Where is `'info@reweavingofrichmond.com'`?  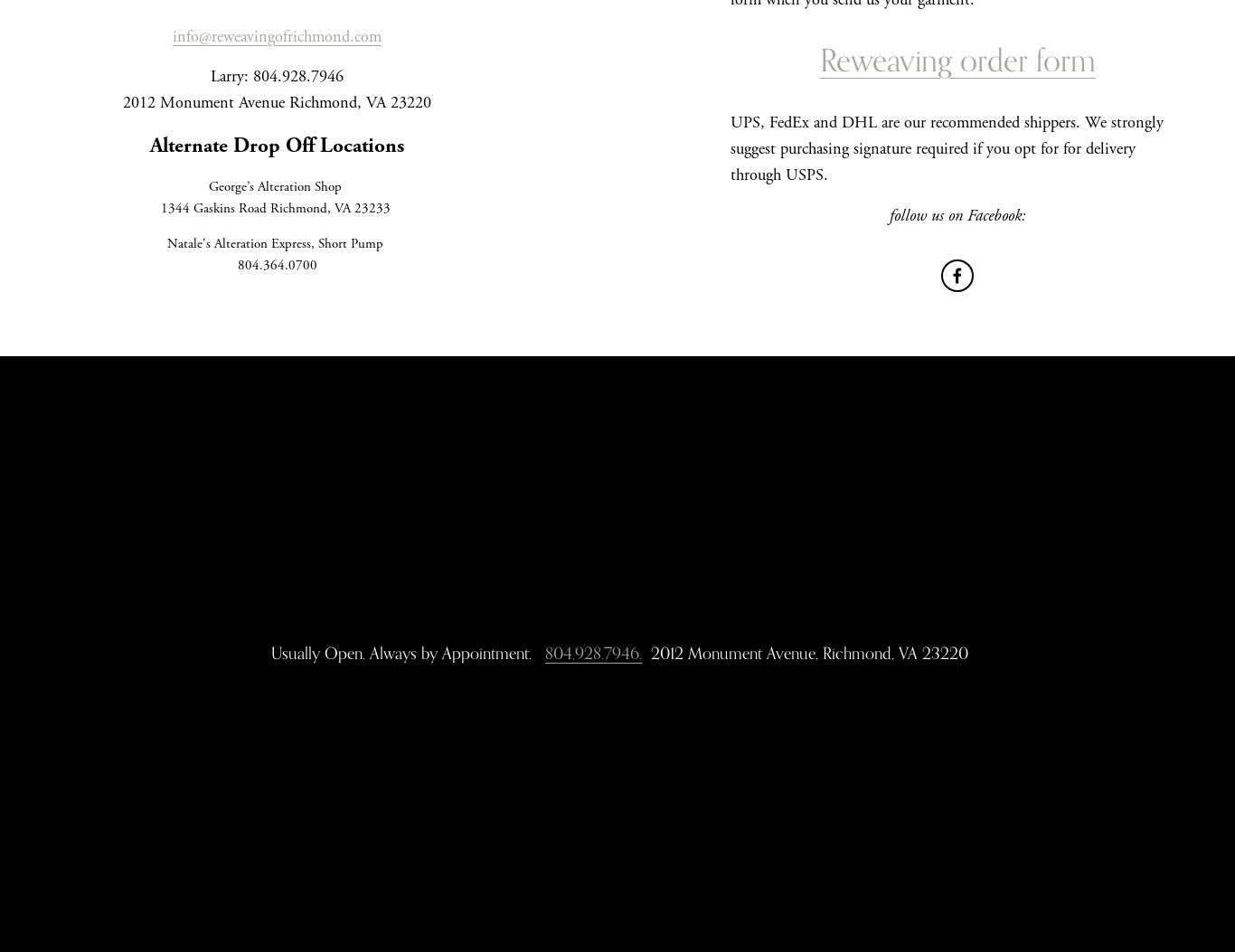 'info@reweavingofrichmond.com' is located at coordinates (277, 35).